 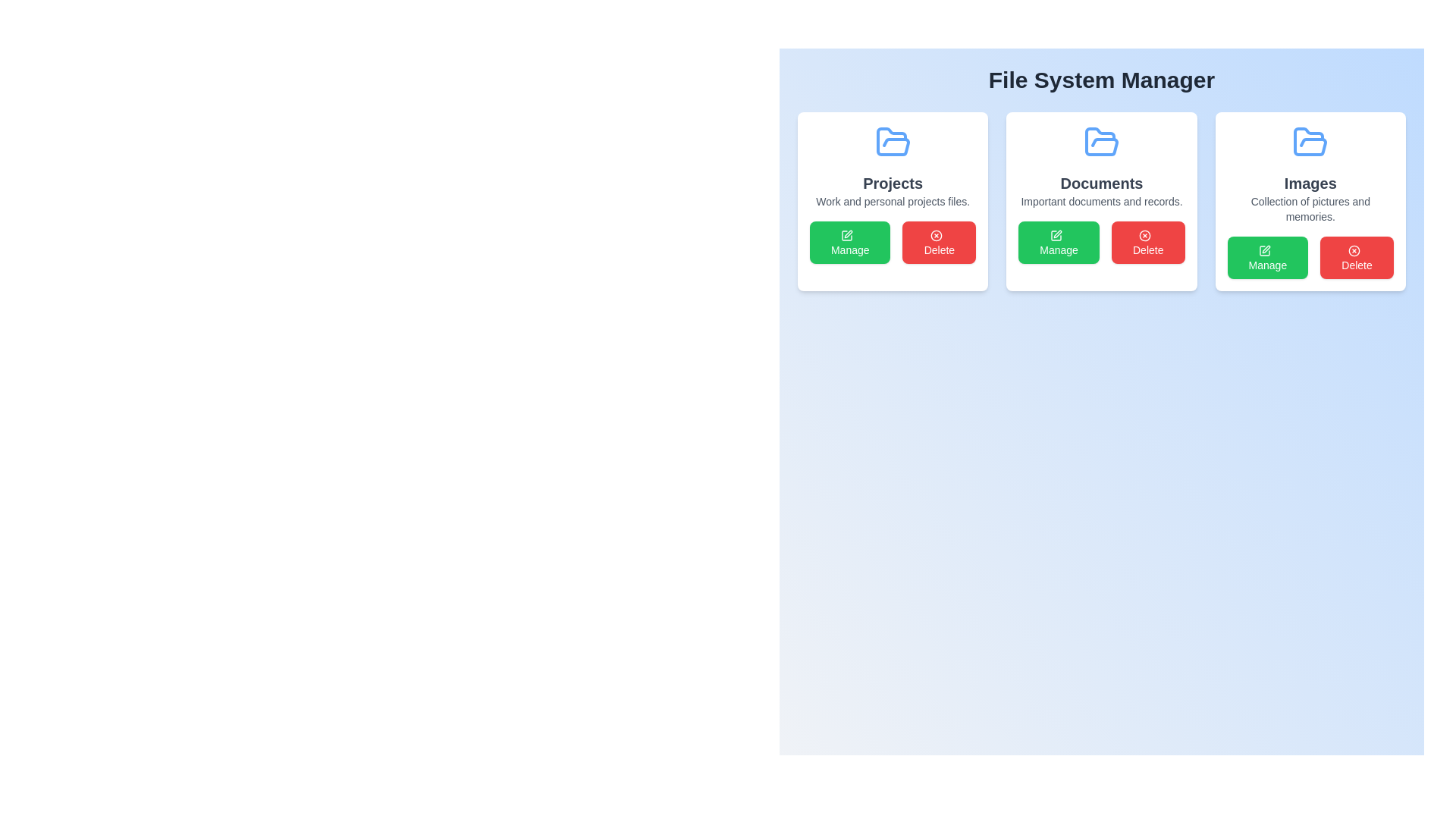 I want to click on the leftmost button in the 'Images' card, so click(x=1267, y=256).